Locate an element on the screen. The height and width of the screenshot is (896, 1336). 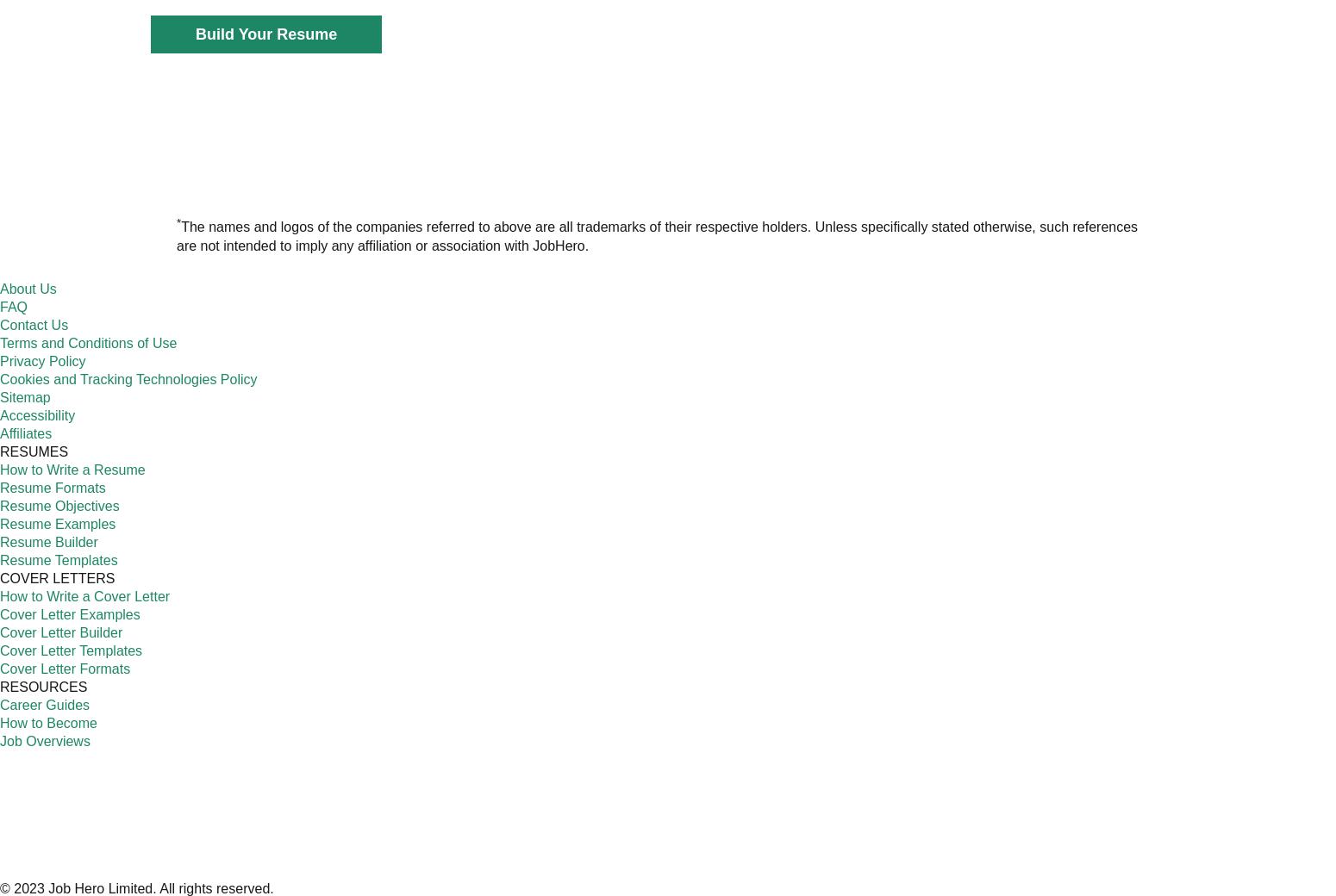
'QA Manager Examples' is located at coordinates (607, 353).